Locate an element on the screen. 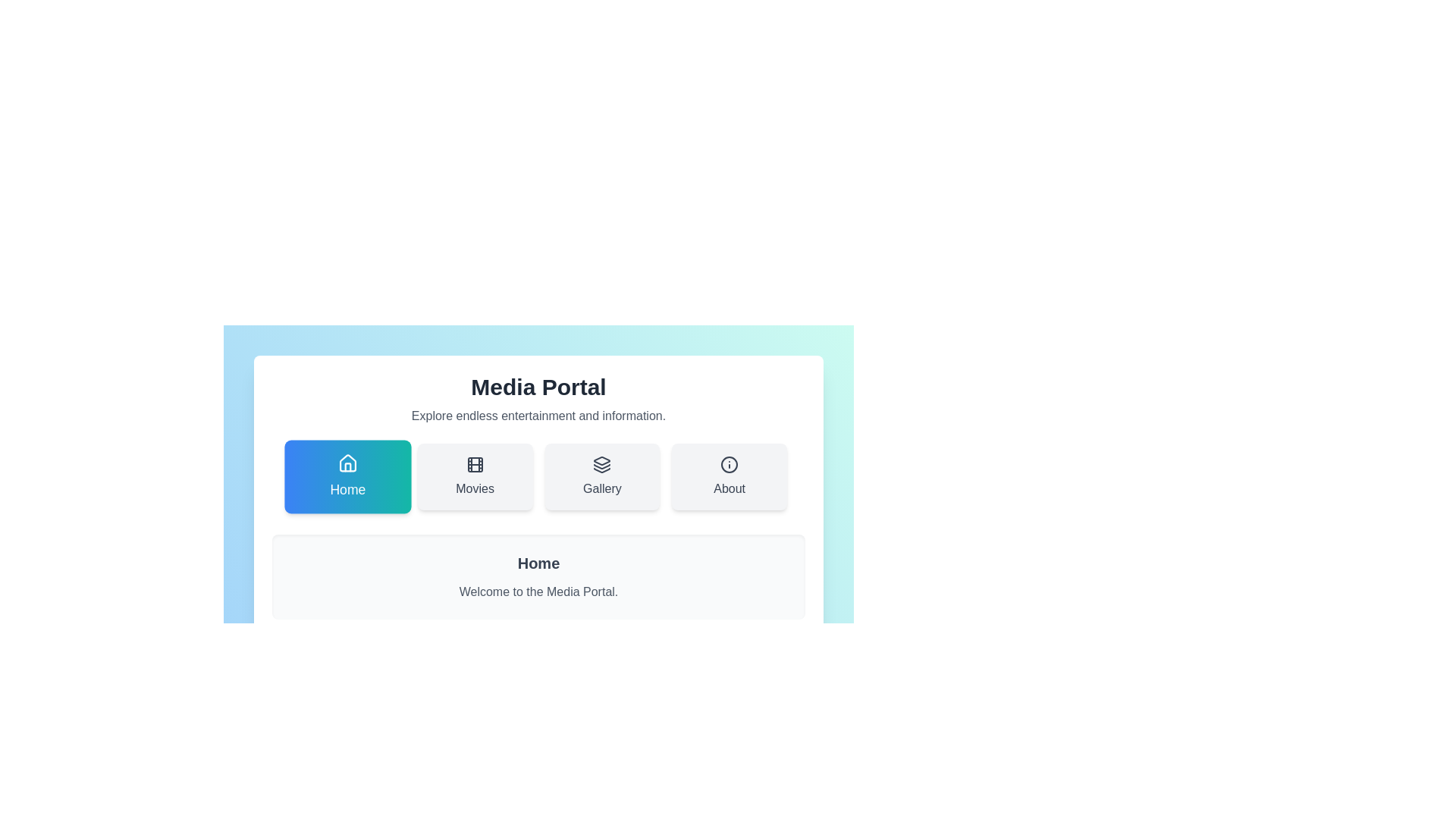 The width and height of the screenshot is (1456, 819). the house icon located within the 'Home' button on the left side of the main menu, which features a blue background and is styled with a triangular roof and rectangular door is located at coordinates (347, 462).